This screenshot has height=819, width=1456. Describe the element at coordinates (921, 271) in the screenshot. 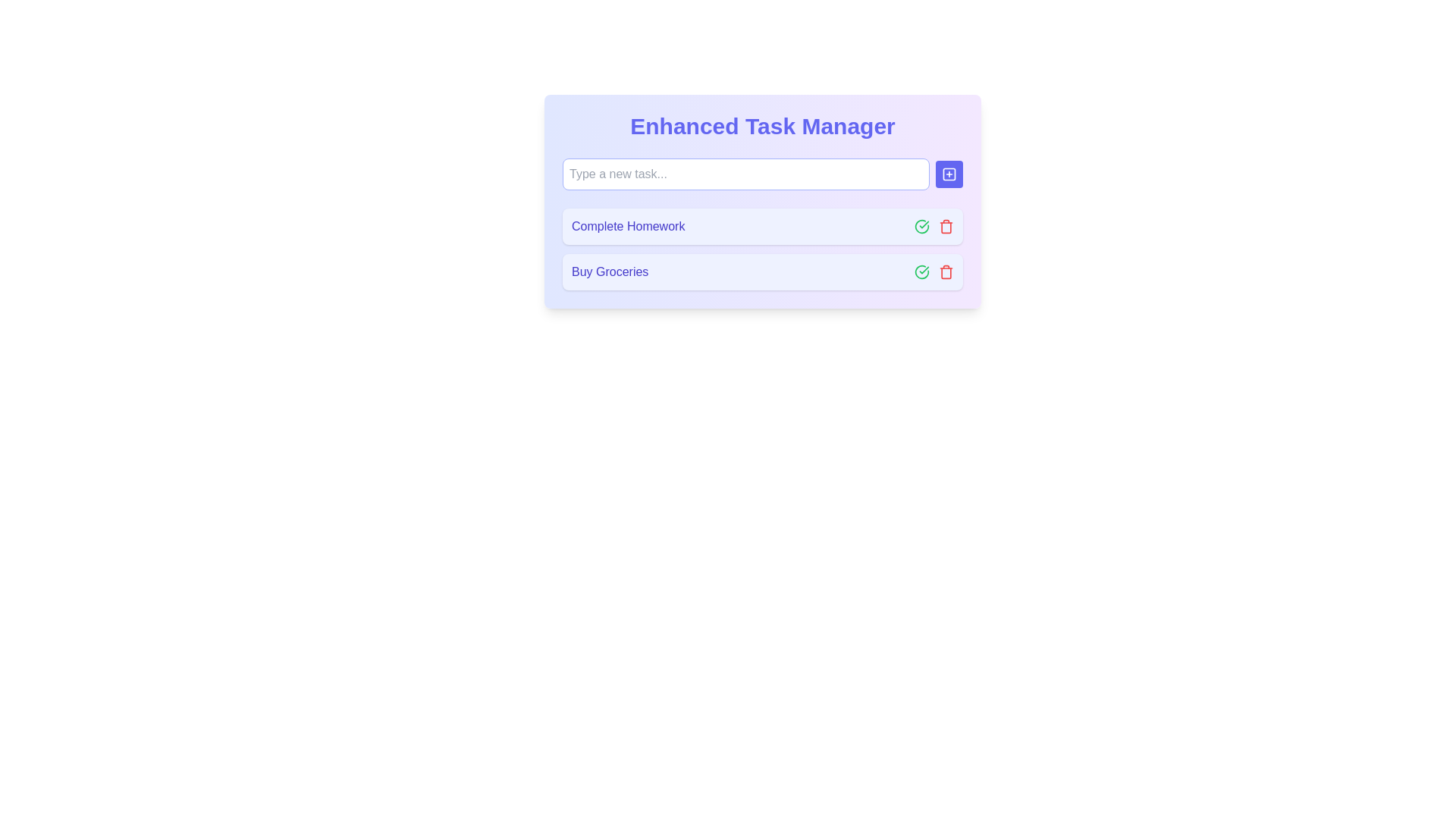

I see `the circular green stroke icon representing a completed task in the second task row of the task management application` at that location.